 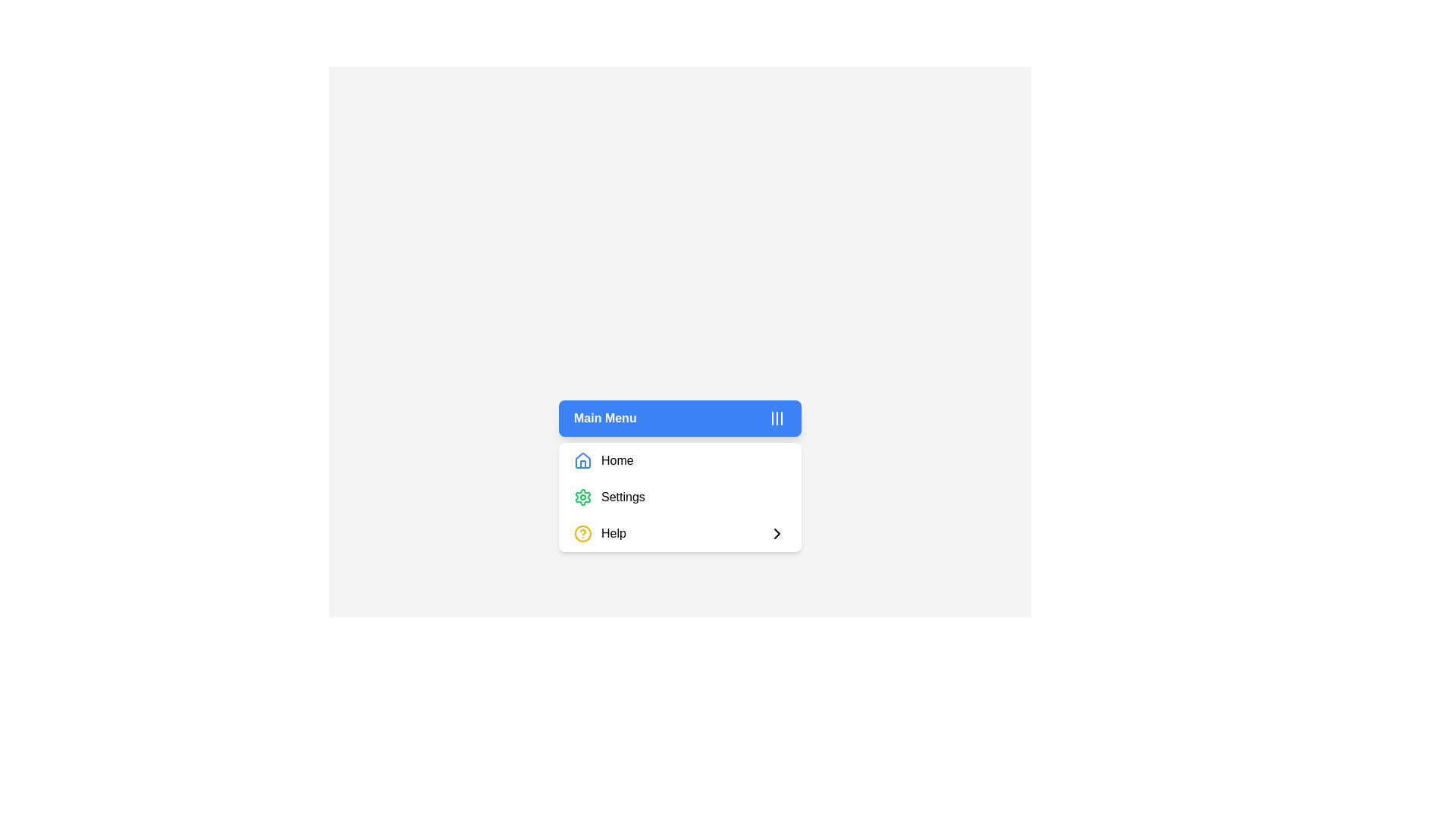 What do you see at coordinates (582, 497) in the screenshot?
I see `the 'Settings' menu icon, which is located to the left of the 'Settings' text in the vertical menu` at bounding box center [582, 497].